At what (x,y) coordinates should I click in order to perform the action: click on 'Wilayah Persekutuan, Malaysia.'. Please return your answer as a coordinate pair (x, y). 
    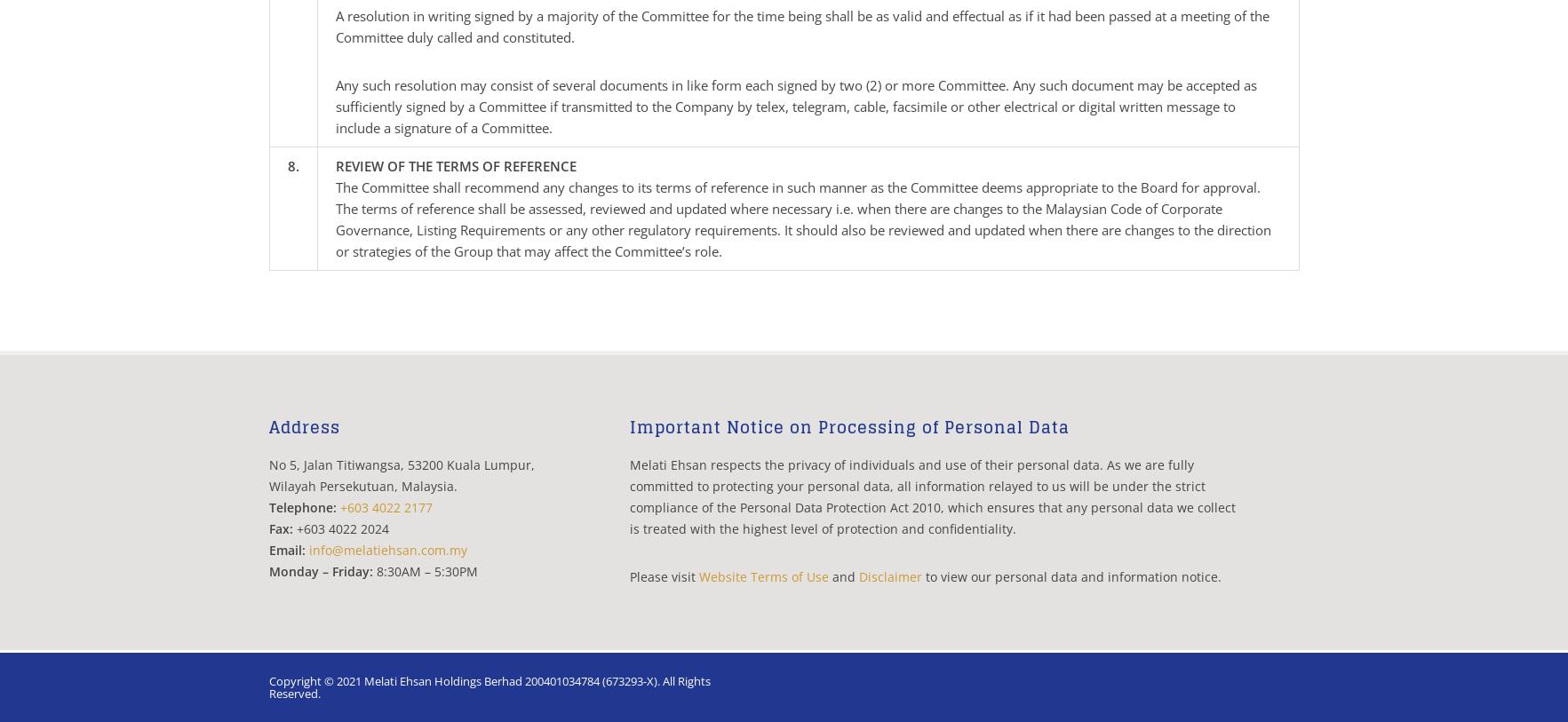
    Looking at the image, I should click on (362, 486).